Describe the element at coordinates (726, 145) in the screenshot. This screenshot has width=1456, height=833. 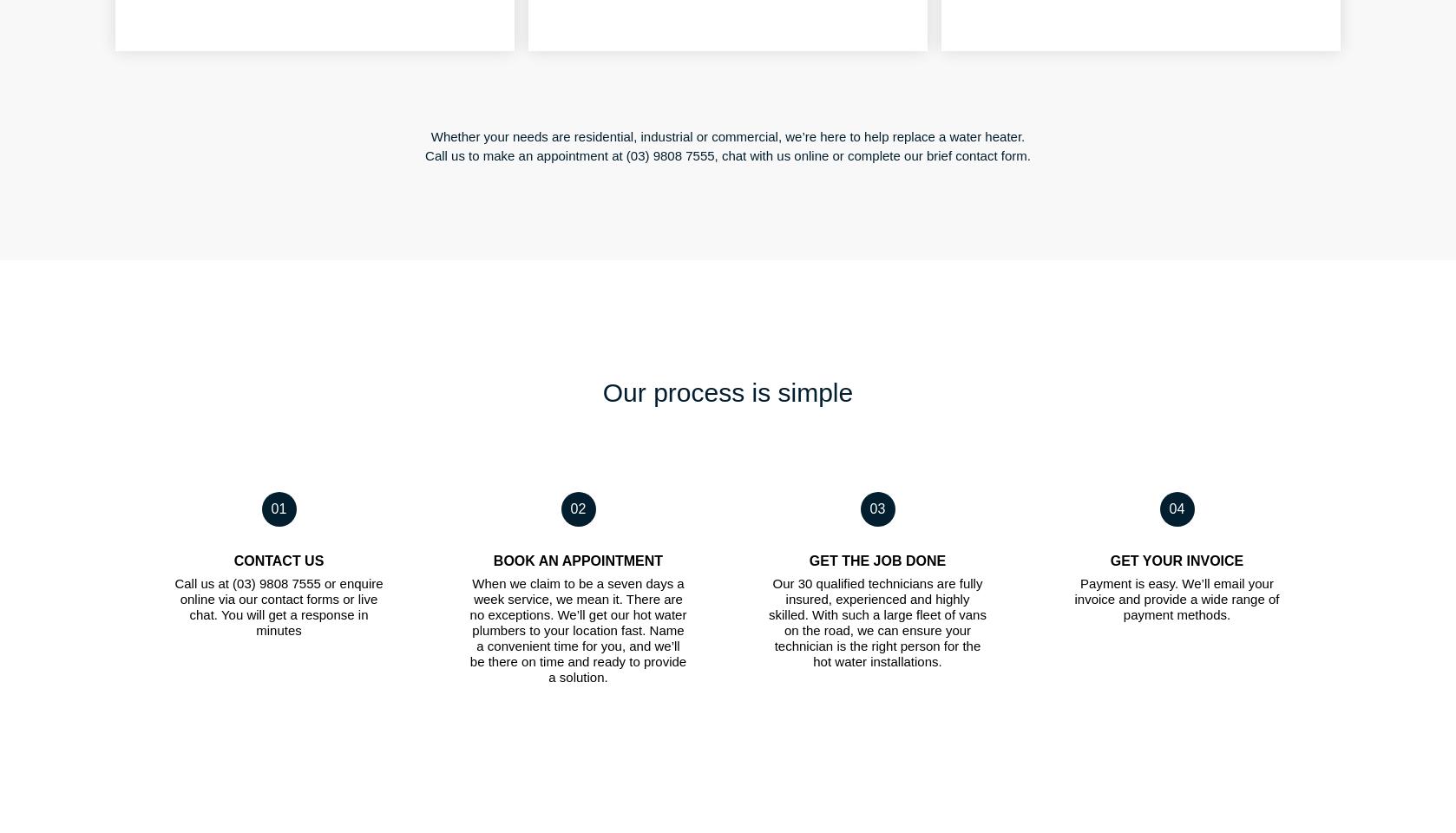
I see `'Whether your needs are residential, industrial or commercial, we’re here to help replace a water heater. Call us to make an appointment at (03) 9808 7555, chat with us online or complete our brief contact form.'` at that location.